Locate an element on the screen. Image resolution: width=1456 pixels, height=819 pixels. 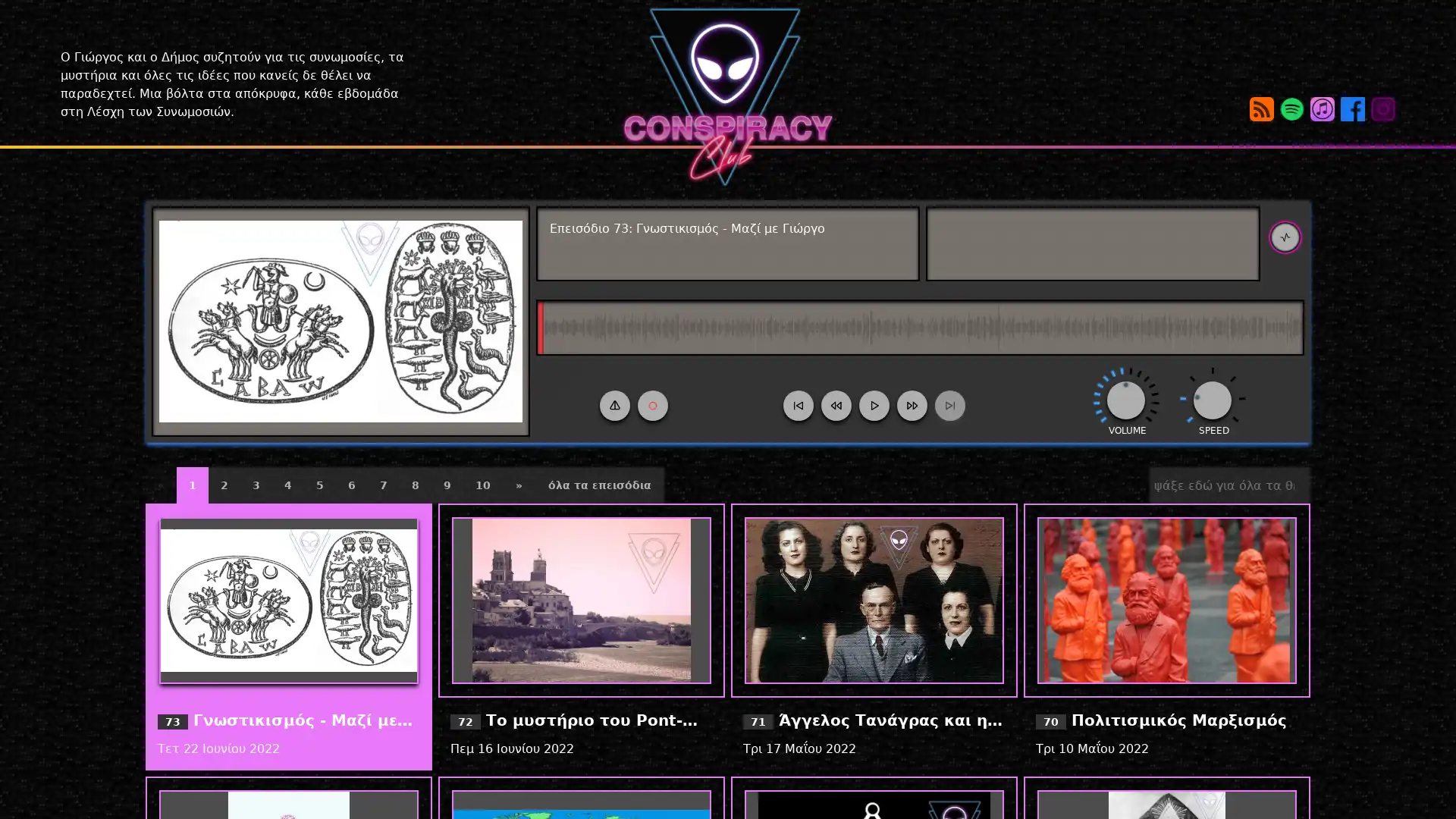
3 is located at coordinates (256, 485).